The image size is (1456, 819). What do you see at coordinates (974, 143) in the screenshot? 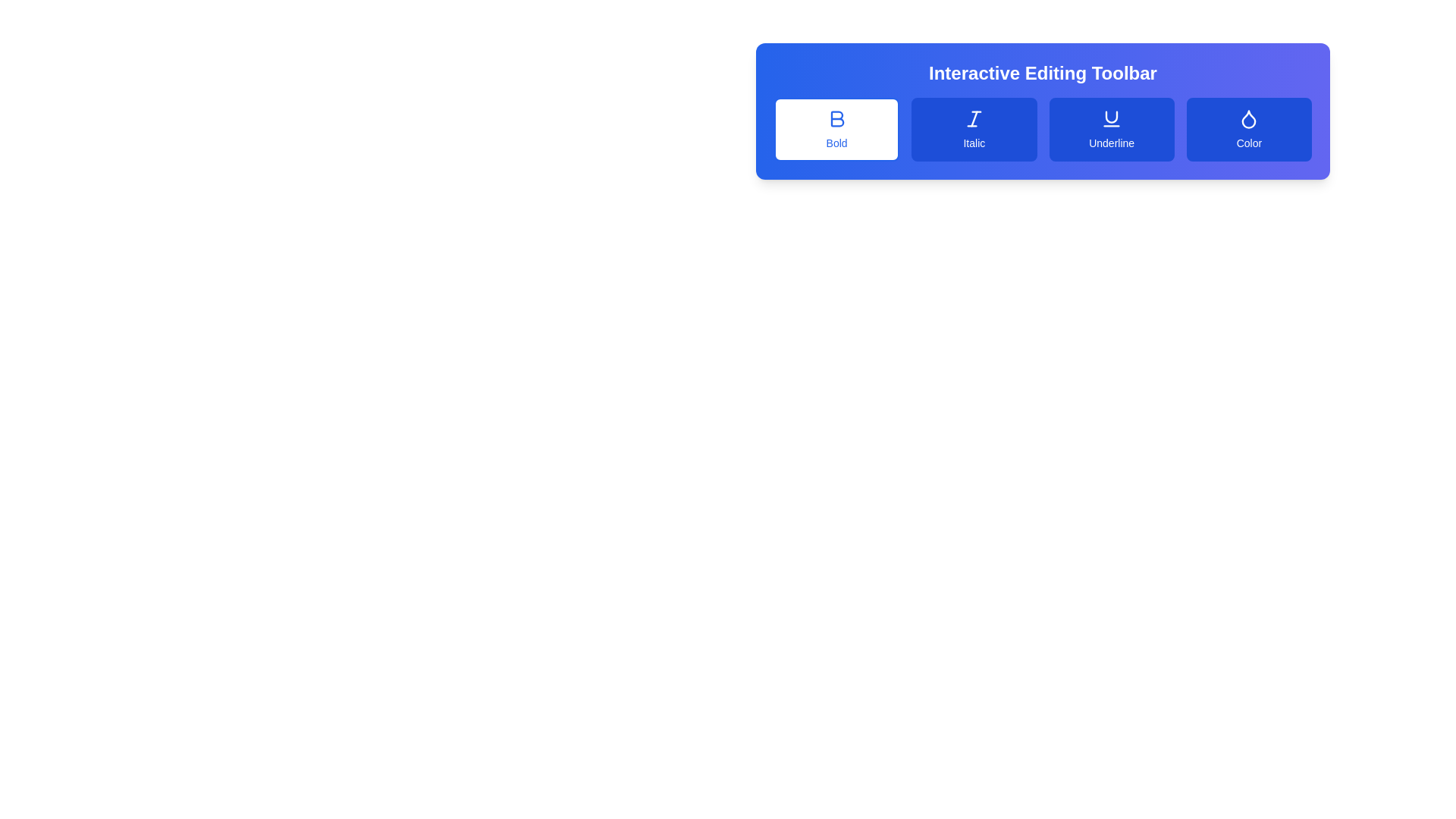
I see `label located beneath the italic button in the horizontal toolbar, which describes the associated functionality of the italicized text option` at bounding box center [974, 143].